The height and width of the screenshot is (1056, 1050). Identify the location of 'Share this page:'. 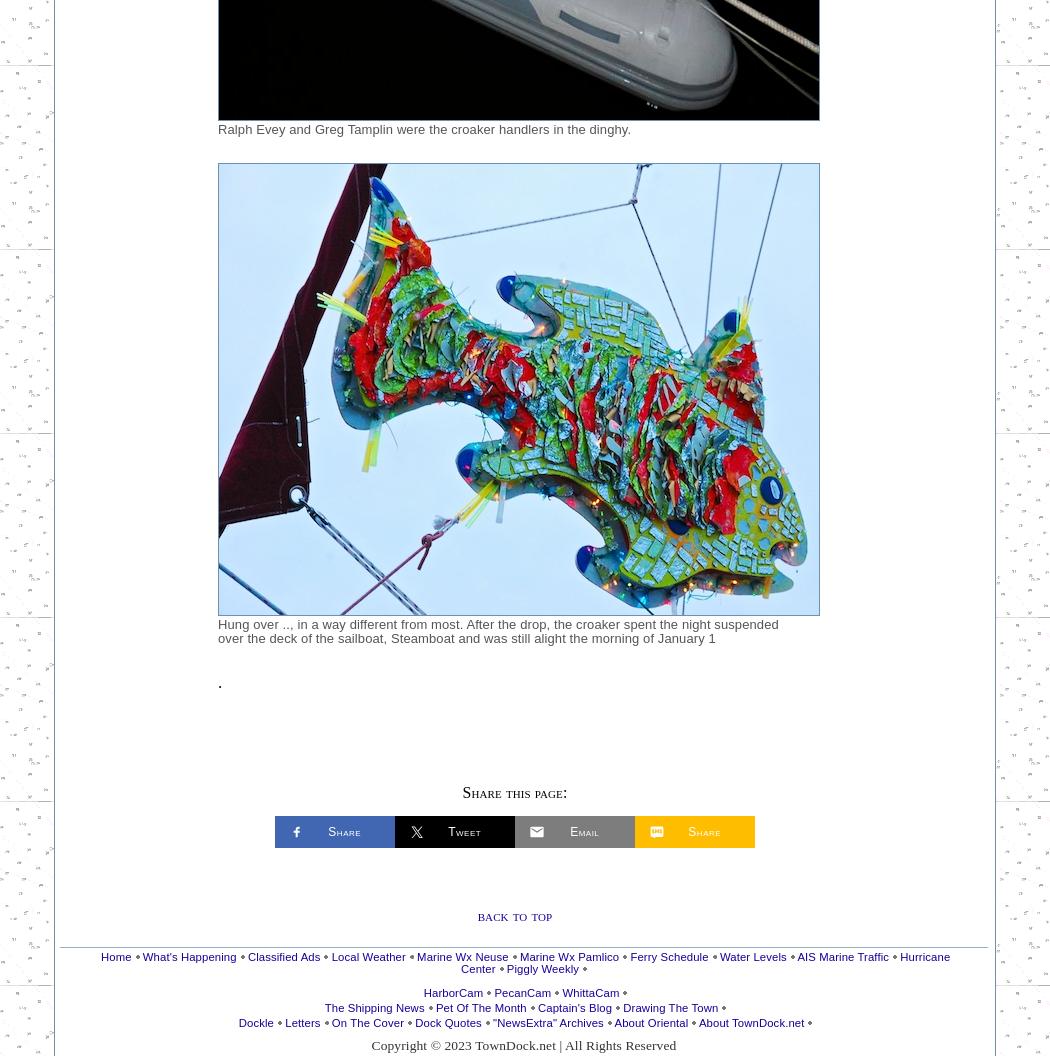
(513, 792).